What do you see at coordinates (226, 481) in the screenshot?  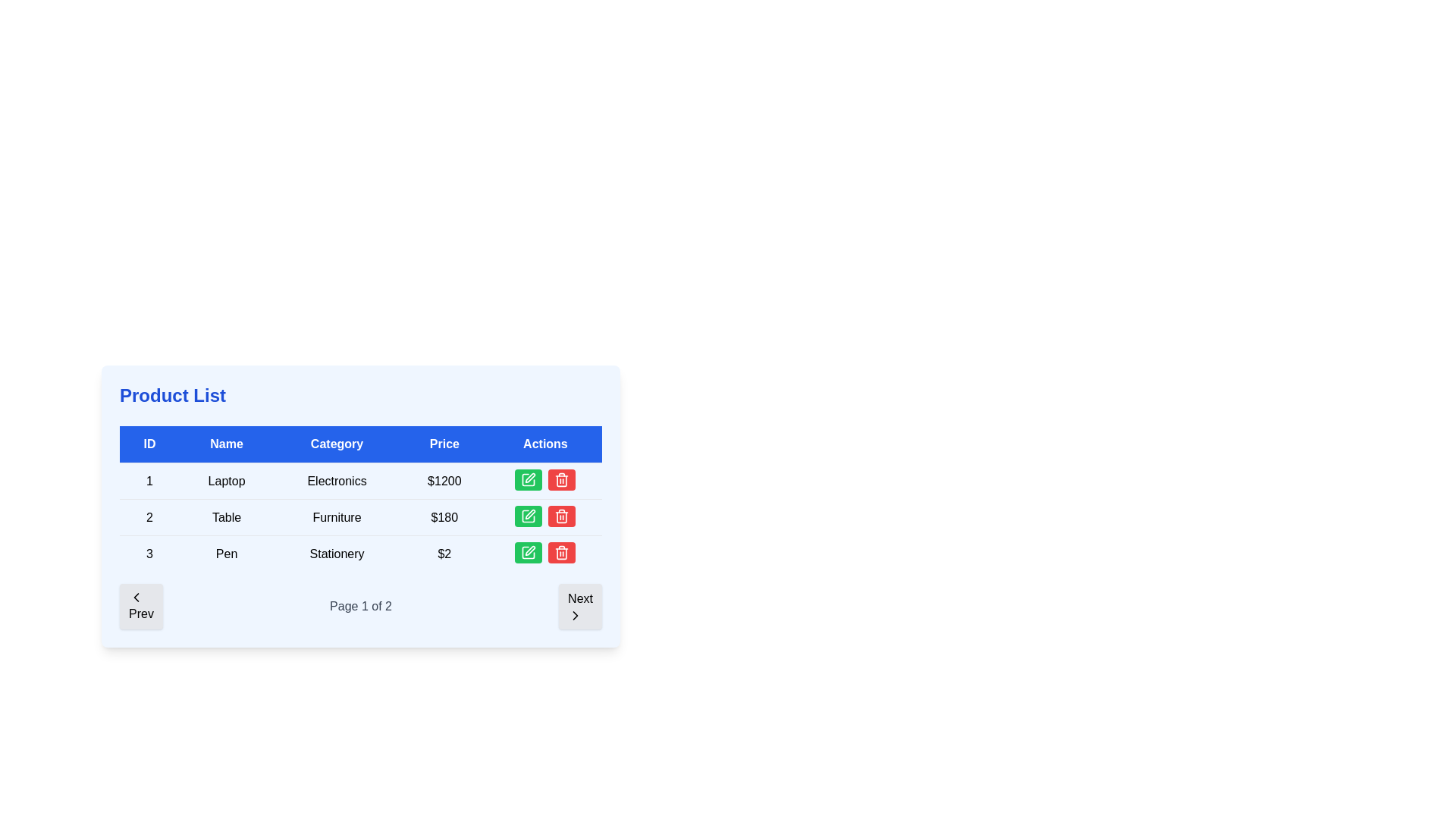 I see `the text label displaying 'Laptop' in the 'Name' column of the table, located in the first row with ID 1` at bounding box center [226, 481].